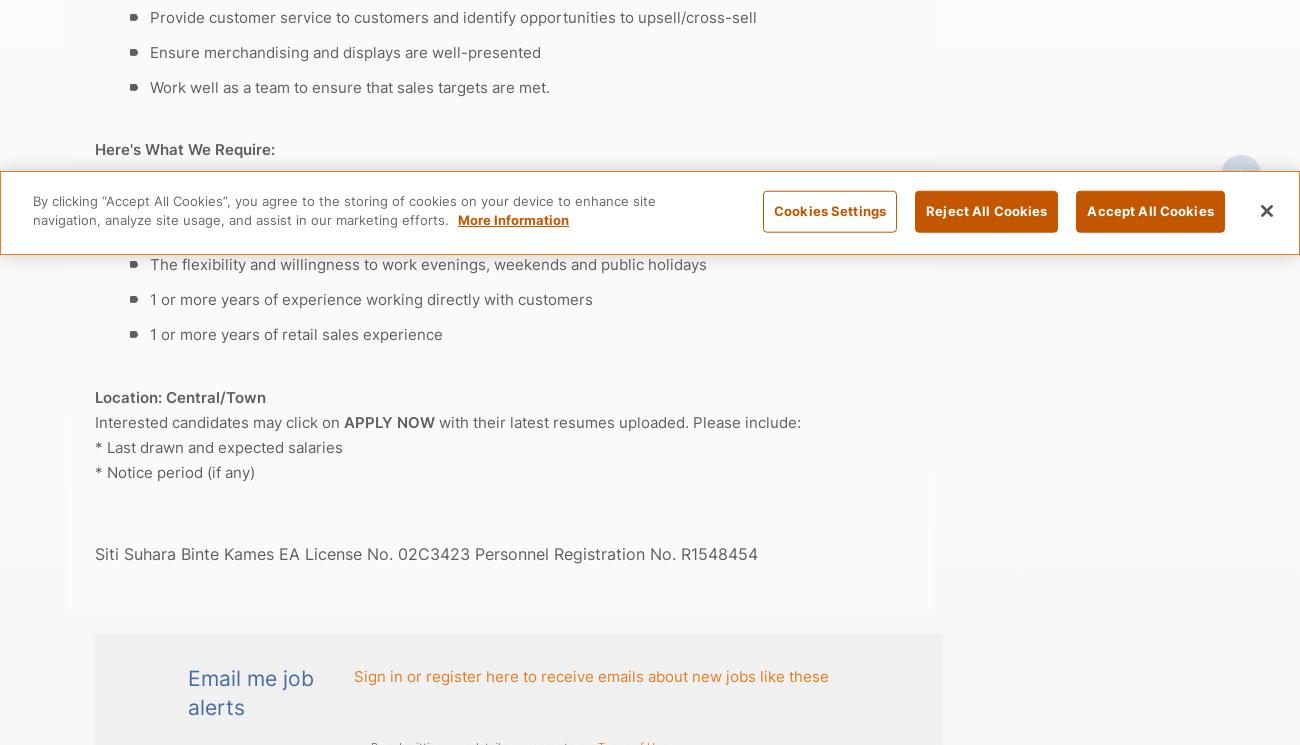 The height and width of the screenshot is (745, 1300). Describe the element at coordinates (428, 263) in the screenshot. I see `'The flexibility and willingness to work evenings, weekends and public holidays'` at that location.